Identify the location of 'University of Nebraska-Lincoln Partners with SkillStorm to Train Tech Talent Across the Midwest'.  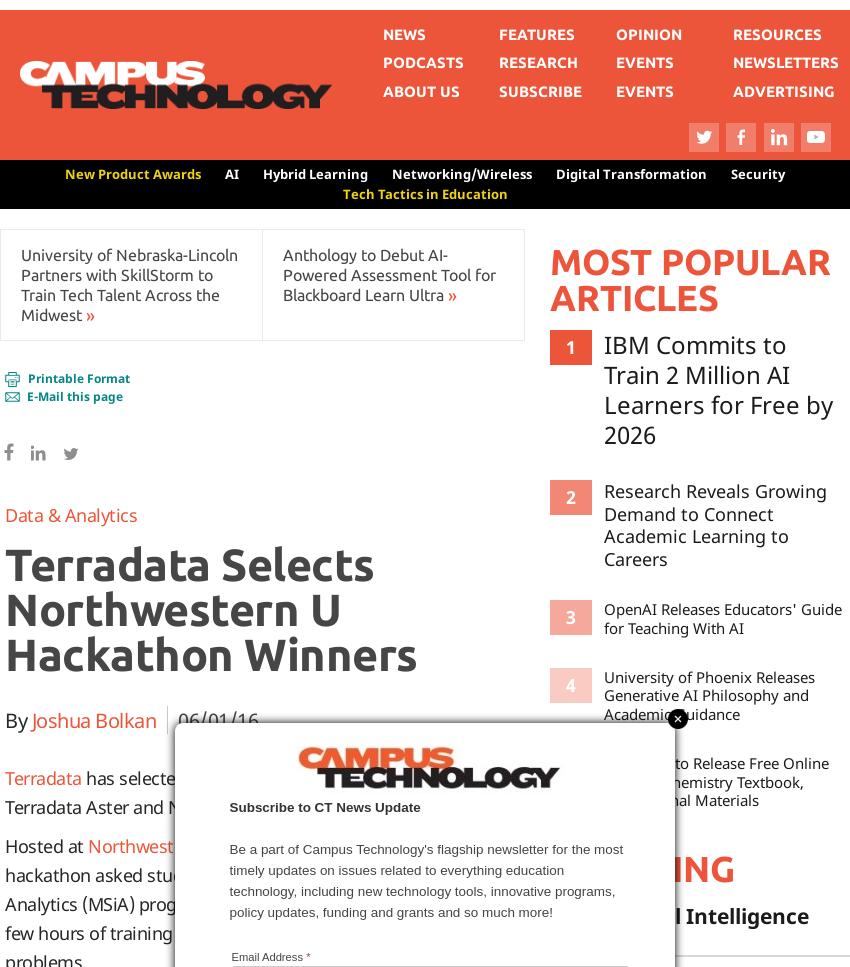
(129, 283).